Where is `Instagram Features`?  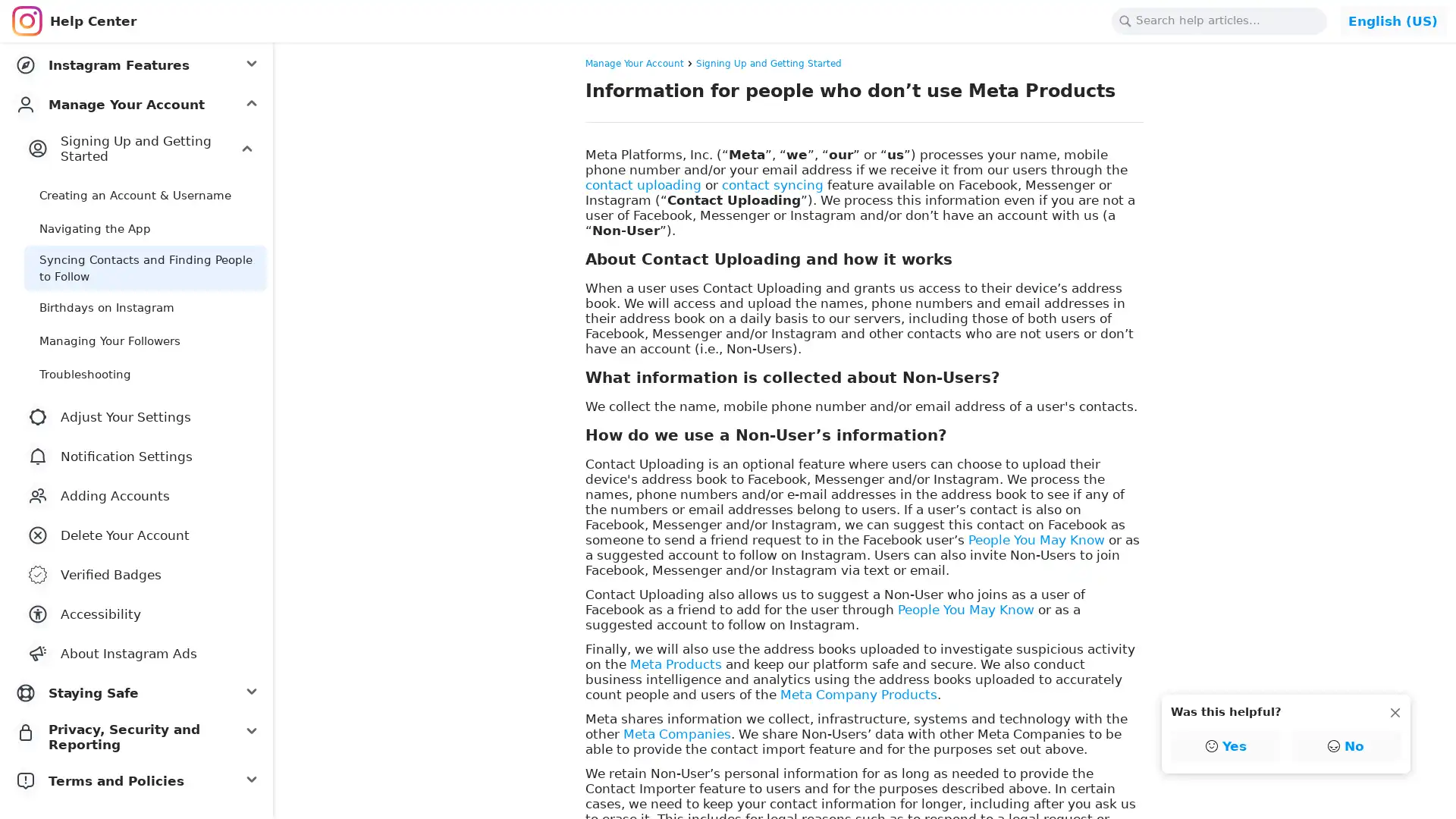
Instagram Features is located at coordinates (136, 64).